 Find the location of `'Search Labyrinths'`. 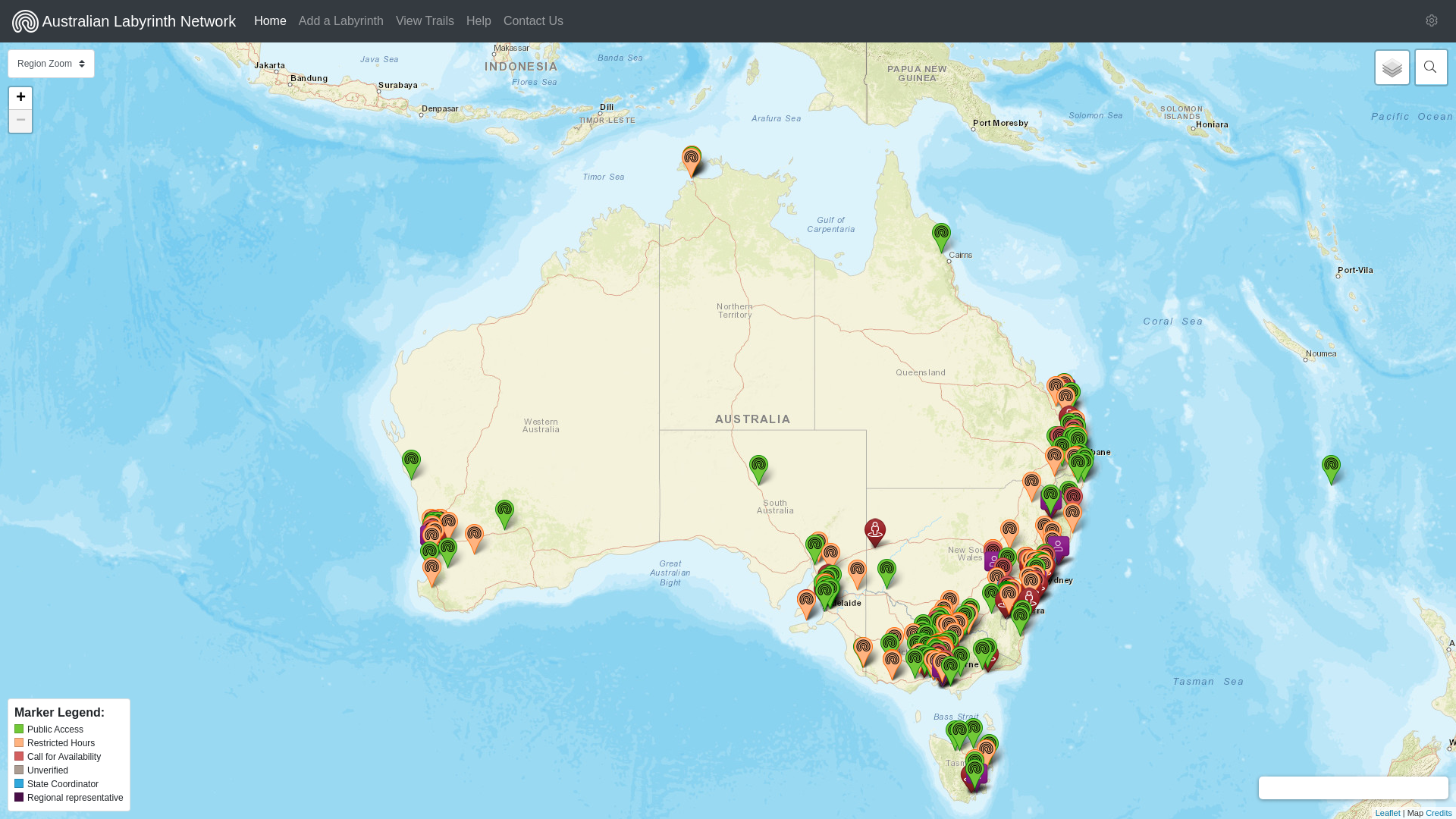

'Search Labyrinths' is located at coordinates (1429, 66).